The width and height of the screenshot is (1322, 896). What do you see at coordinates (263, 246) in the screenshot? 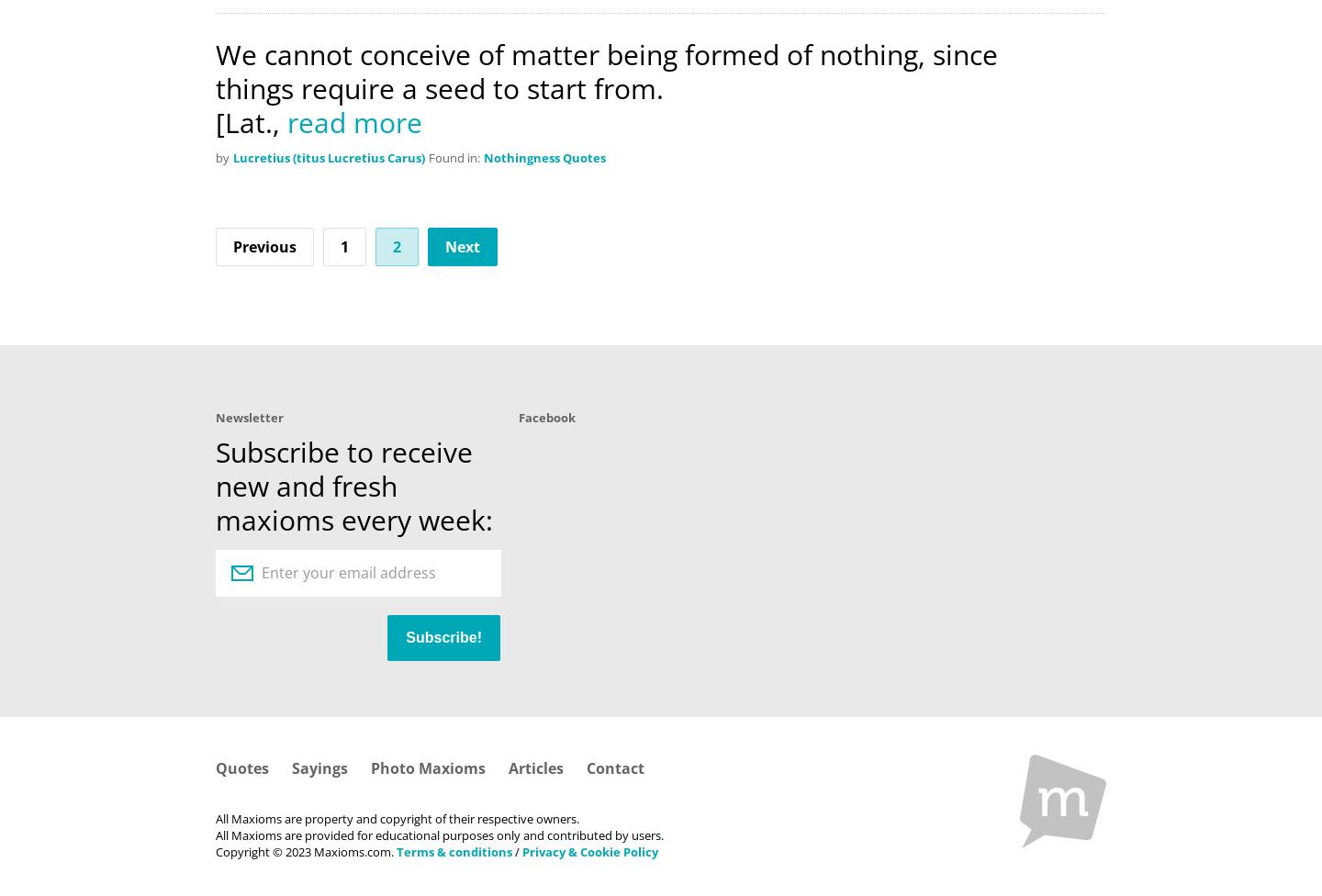
I see `'Previous'` at bounding box center [263, 246].